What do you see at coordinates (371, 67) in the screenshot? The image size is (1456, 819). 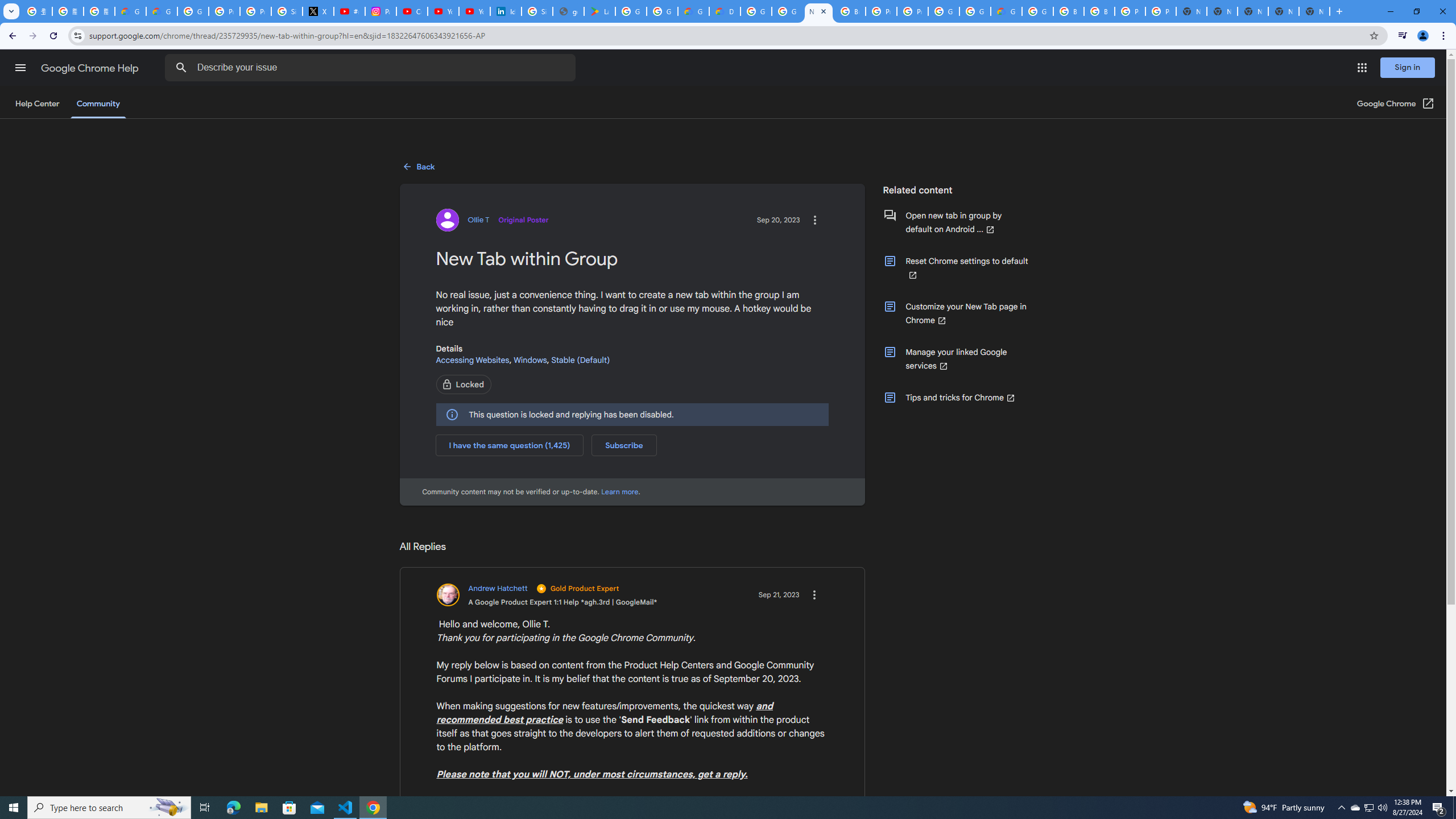 I see `'Describe your issue'` at bounding box center [371, 67].